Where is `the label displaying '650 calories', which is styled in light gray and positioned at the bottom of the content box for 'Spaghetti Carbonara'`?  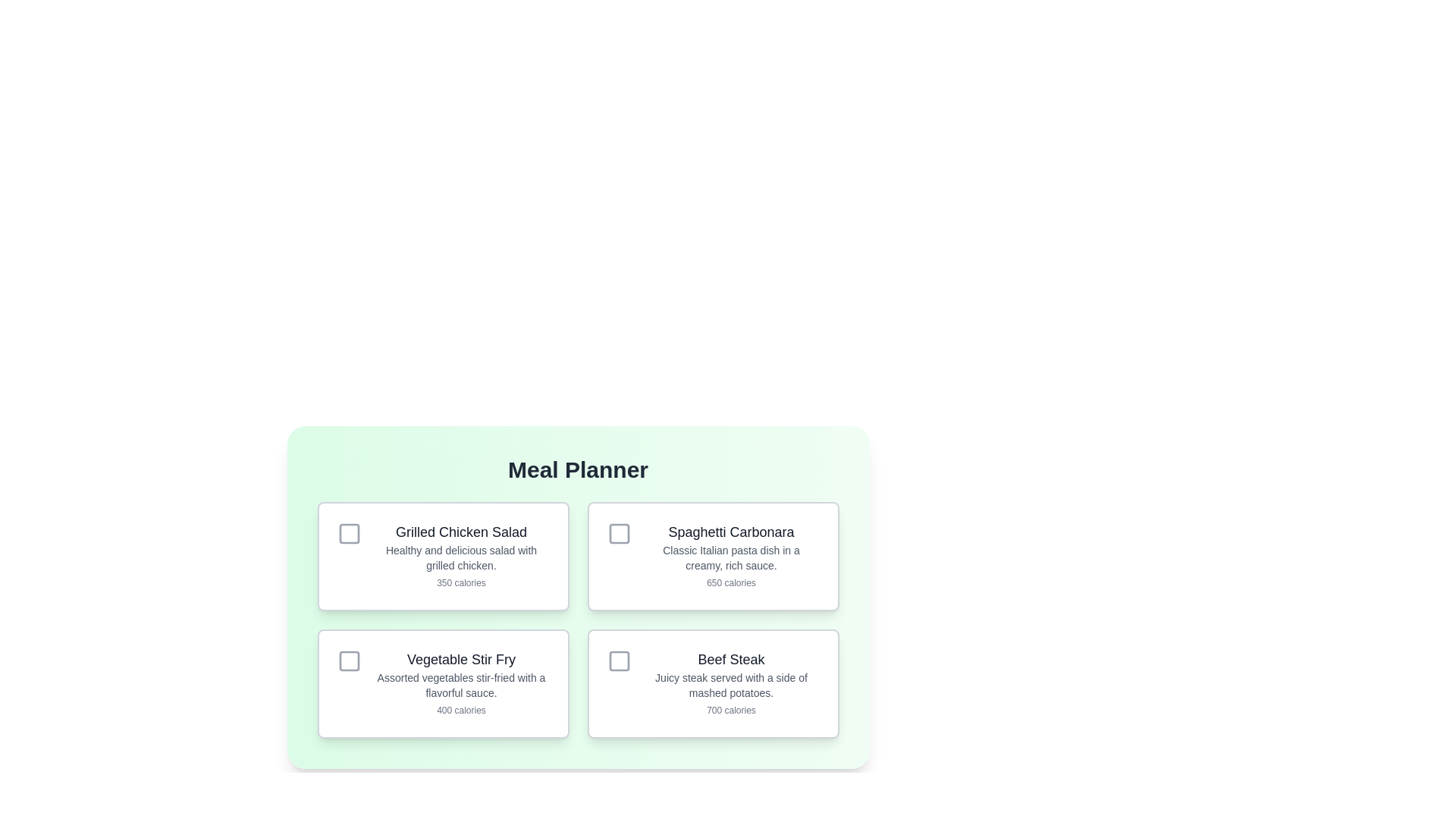 the label displaying '650 calories', which is styled in light gray and positioned at the bottom of the content box for 'Spaghetti Carbonara' is located at coordinates (731, 582).